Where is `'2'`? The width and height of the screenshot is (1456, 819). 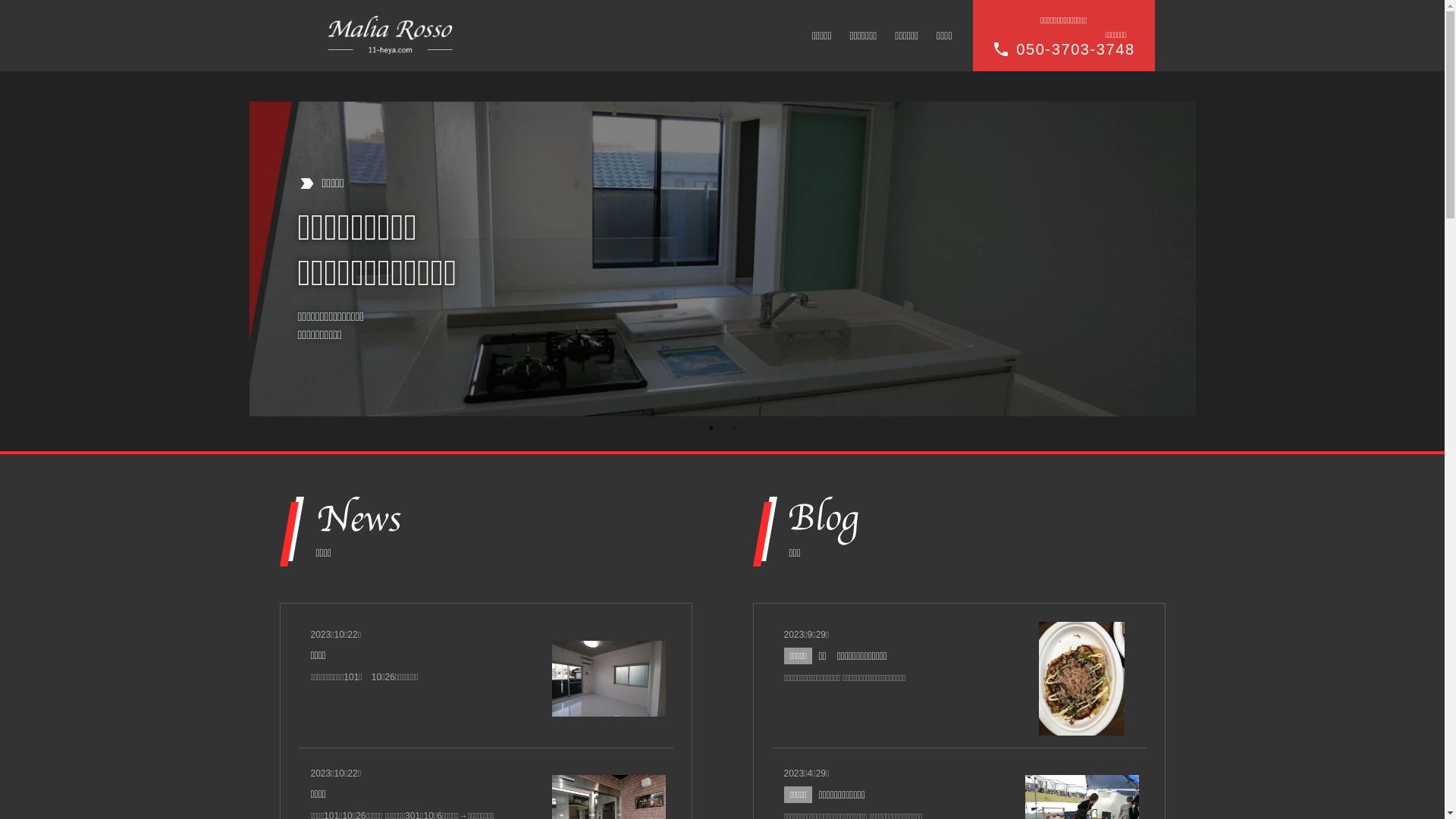
'2' is located at coordinates (734, 427).